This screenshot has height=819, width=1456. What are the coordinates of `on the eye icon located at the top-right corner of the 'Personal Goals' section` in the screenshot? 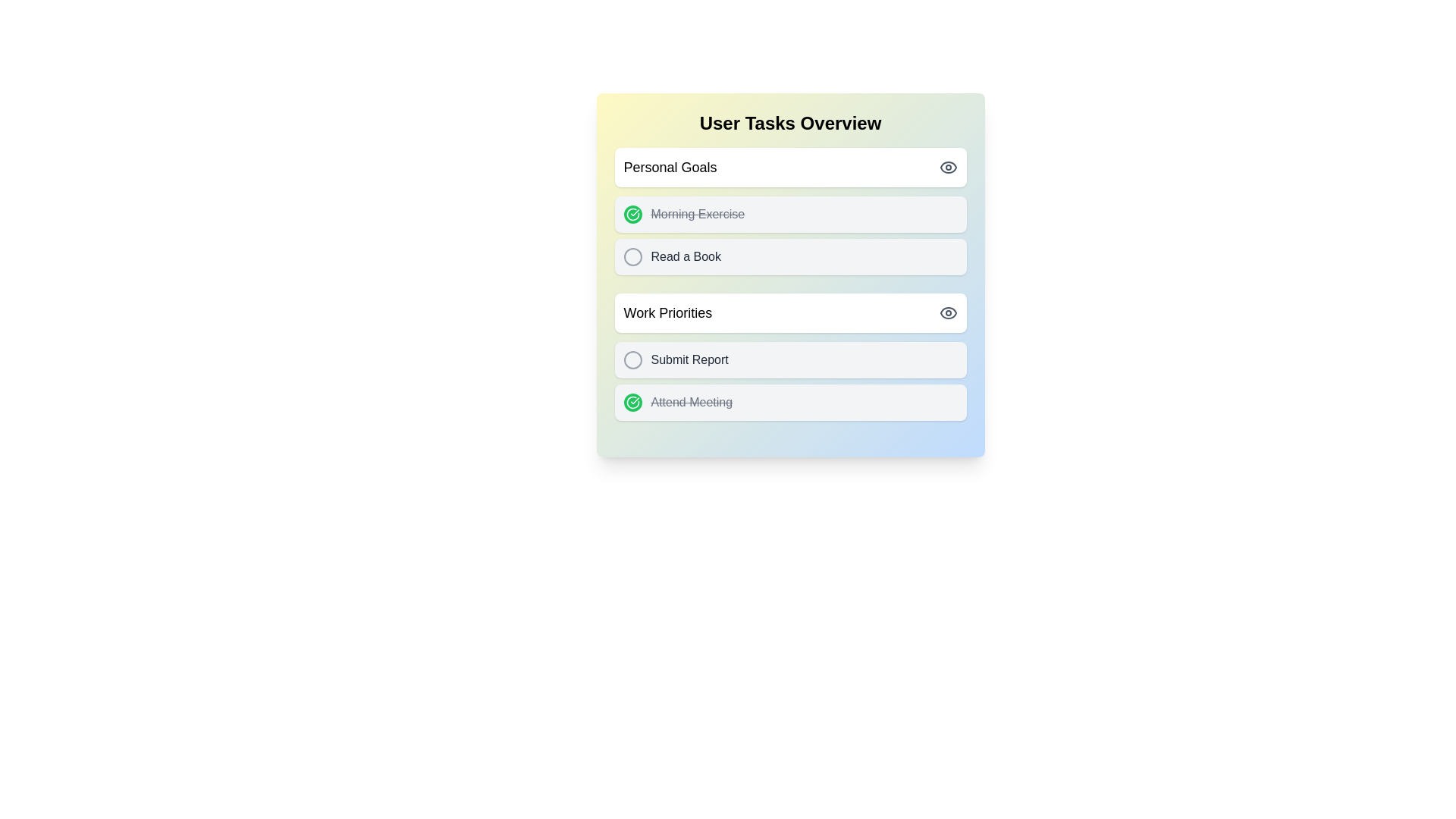 It's located at (947, 167).